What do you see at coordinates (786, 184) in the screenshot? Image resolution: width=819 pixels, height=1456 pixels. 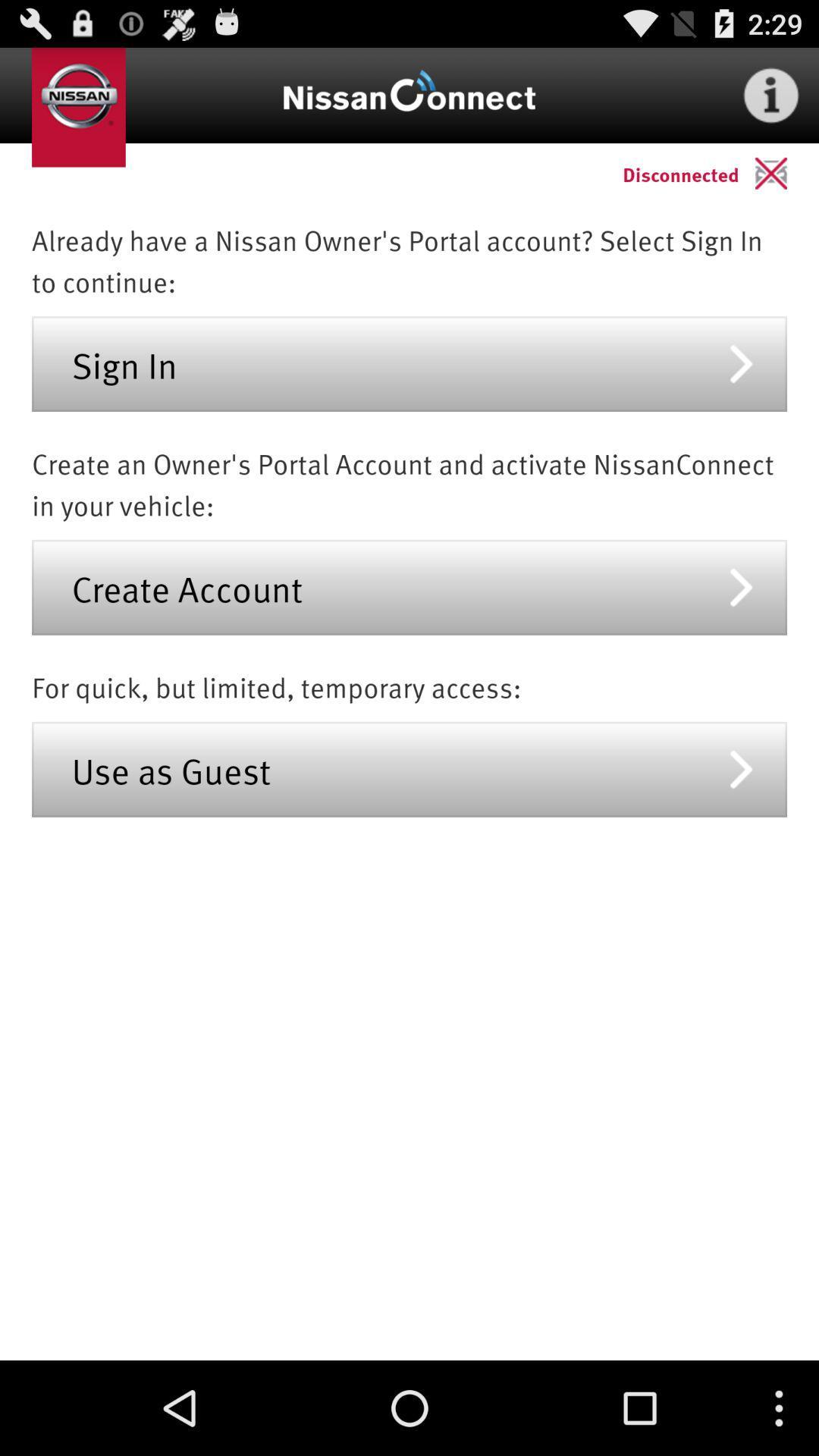 I see `the arrow_backward icon` at bounding box center [786, 184].